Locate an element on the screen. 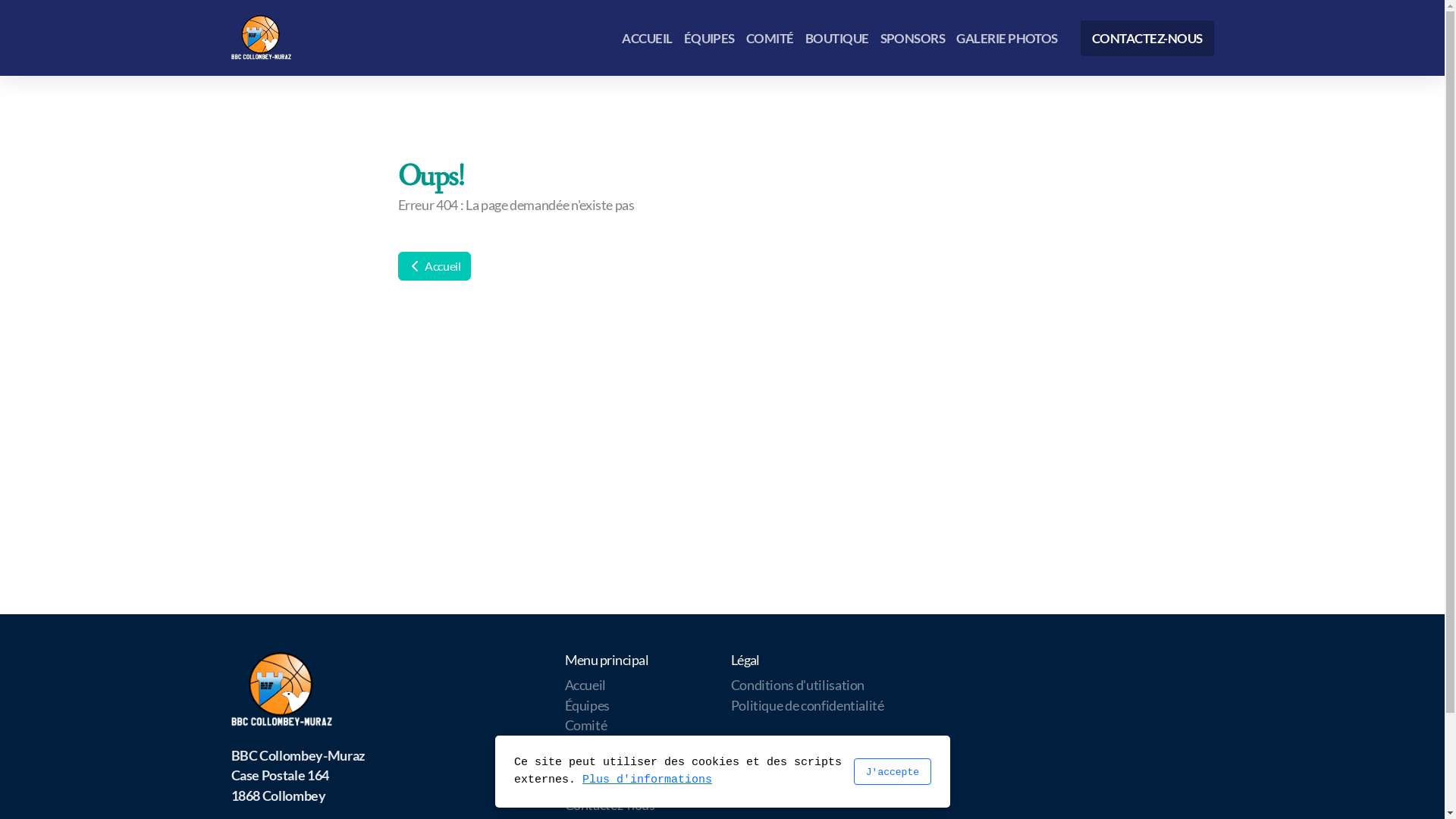  'Sponsors' is located at coordinates (563, 765).